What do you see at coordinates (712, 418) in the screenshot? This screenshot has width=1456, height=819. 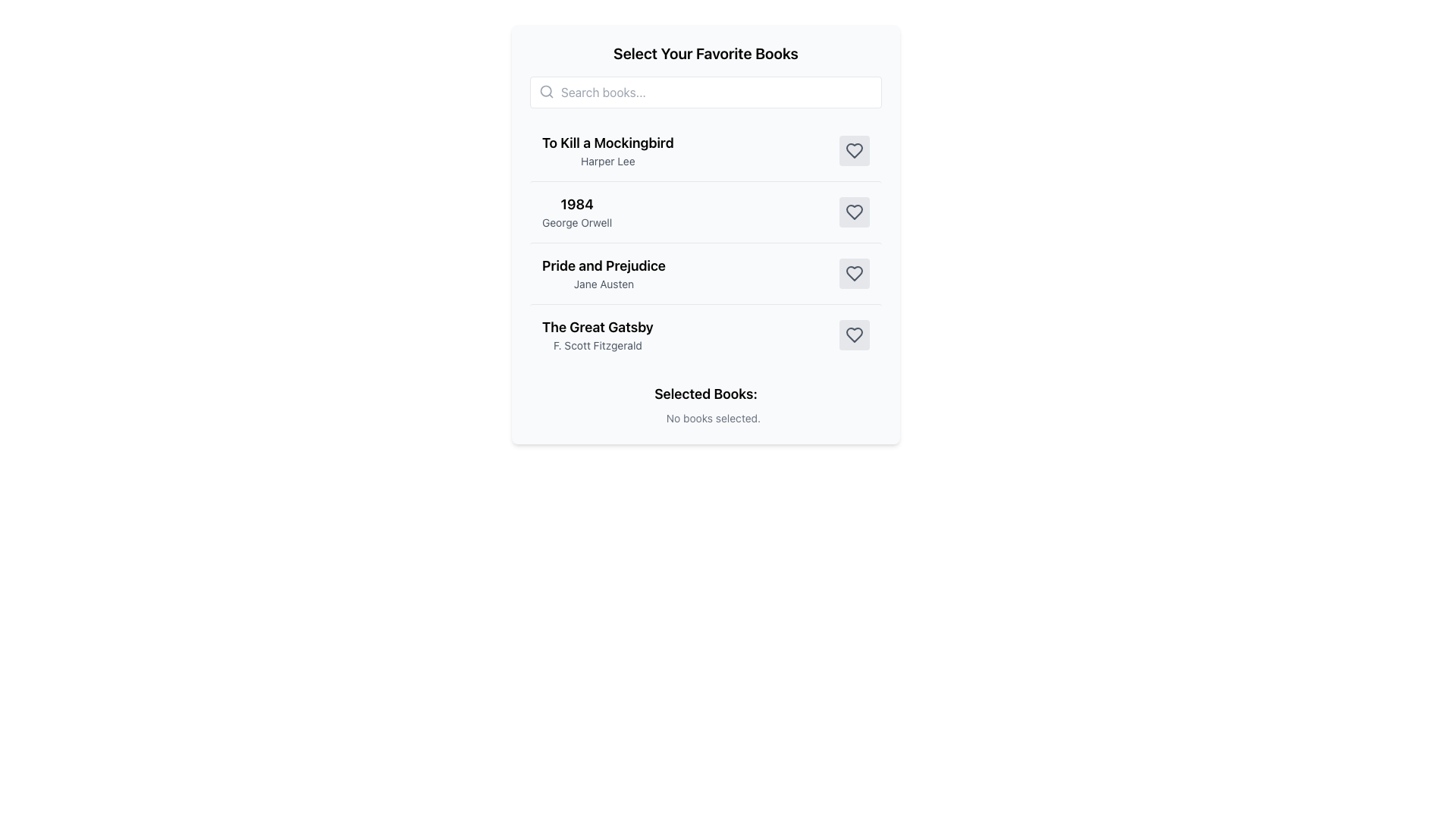 I see `text content of the text label that displays 'No books selected.' located under the 'Selected Books:' section` at bounding box center [712, 418].